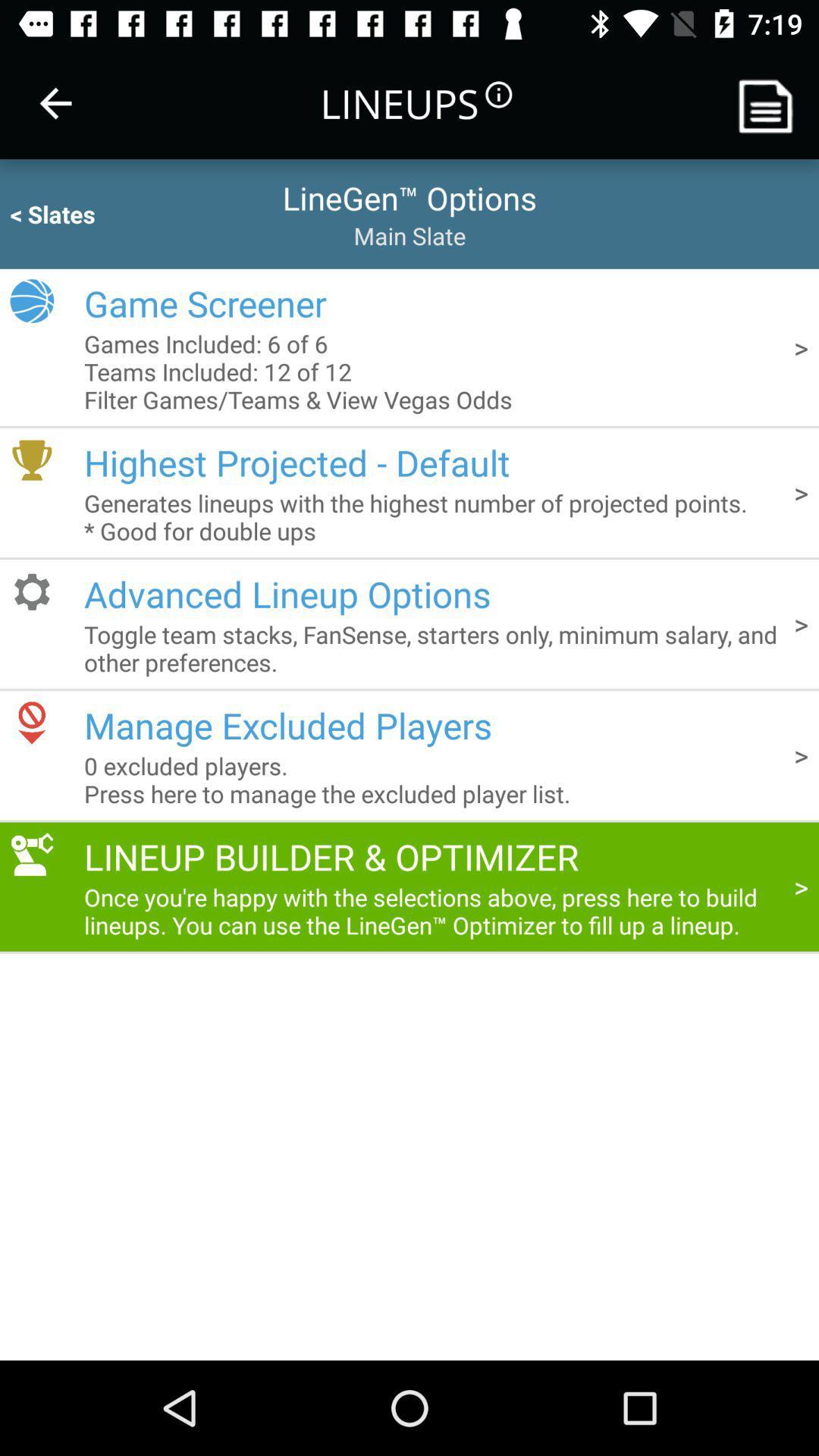  What do you see at coordinates (55, 102) in the screenshot?
I see `item next to the lineups` at bounding box center [55, 102].